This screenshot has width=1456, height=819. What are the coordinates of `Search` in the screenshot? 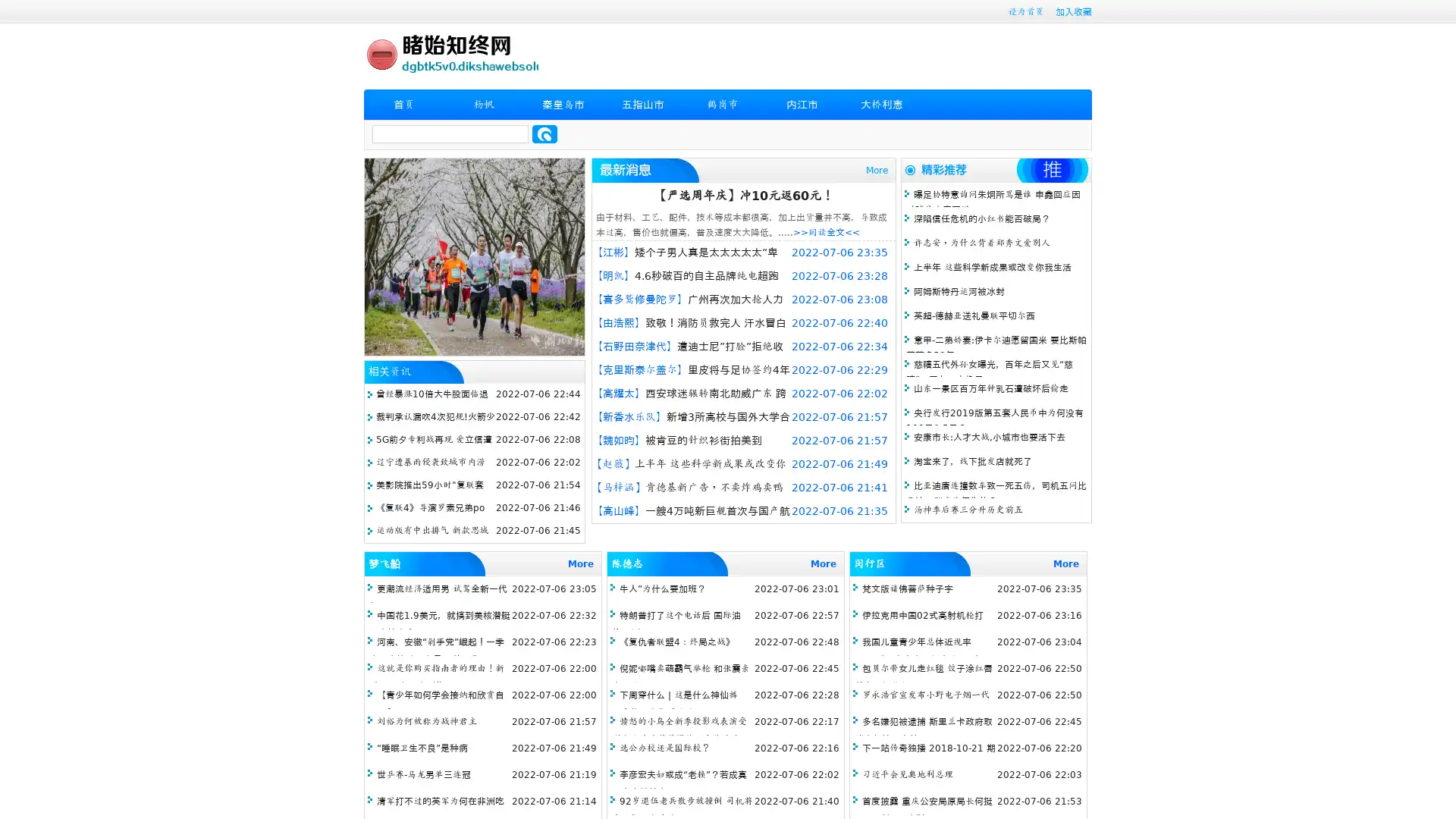 It's located at (544, 133).